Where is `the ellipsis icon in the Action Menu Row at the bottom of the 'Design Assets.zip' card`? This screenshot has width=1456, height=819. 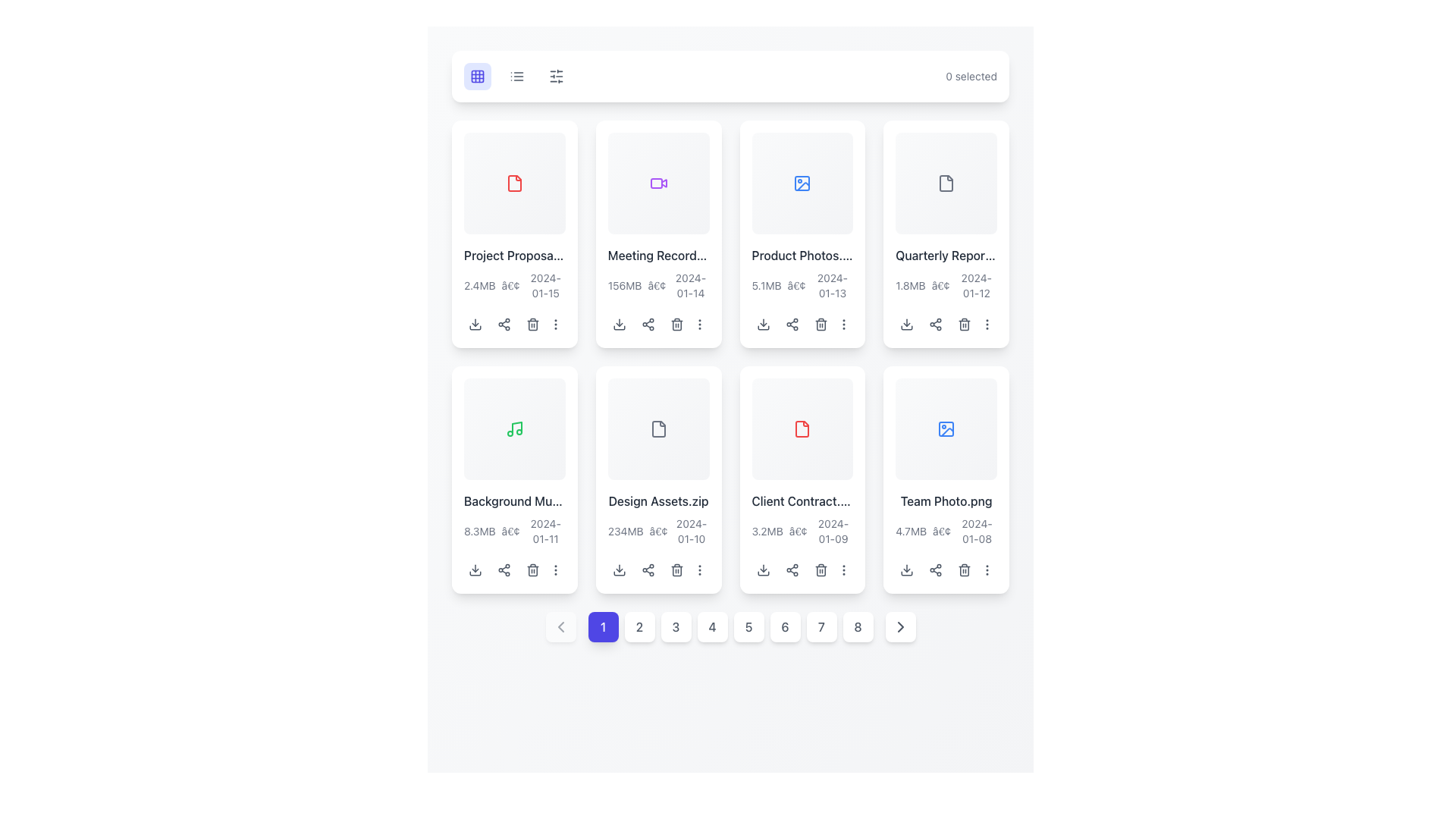 the ellipsis icon in the Action Menu Row at the bottom of the 'Design Assets.zip' card is located at coordinates (658, 570).